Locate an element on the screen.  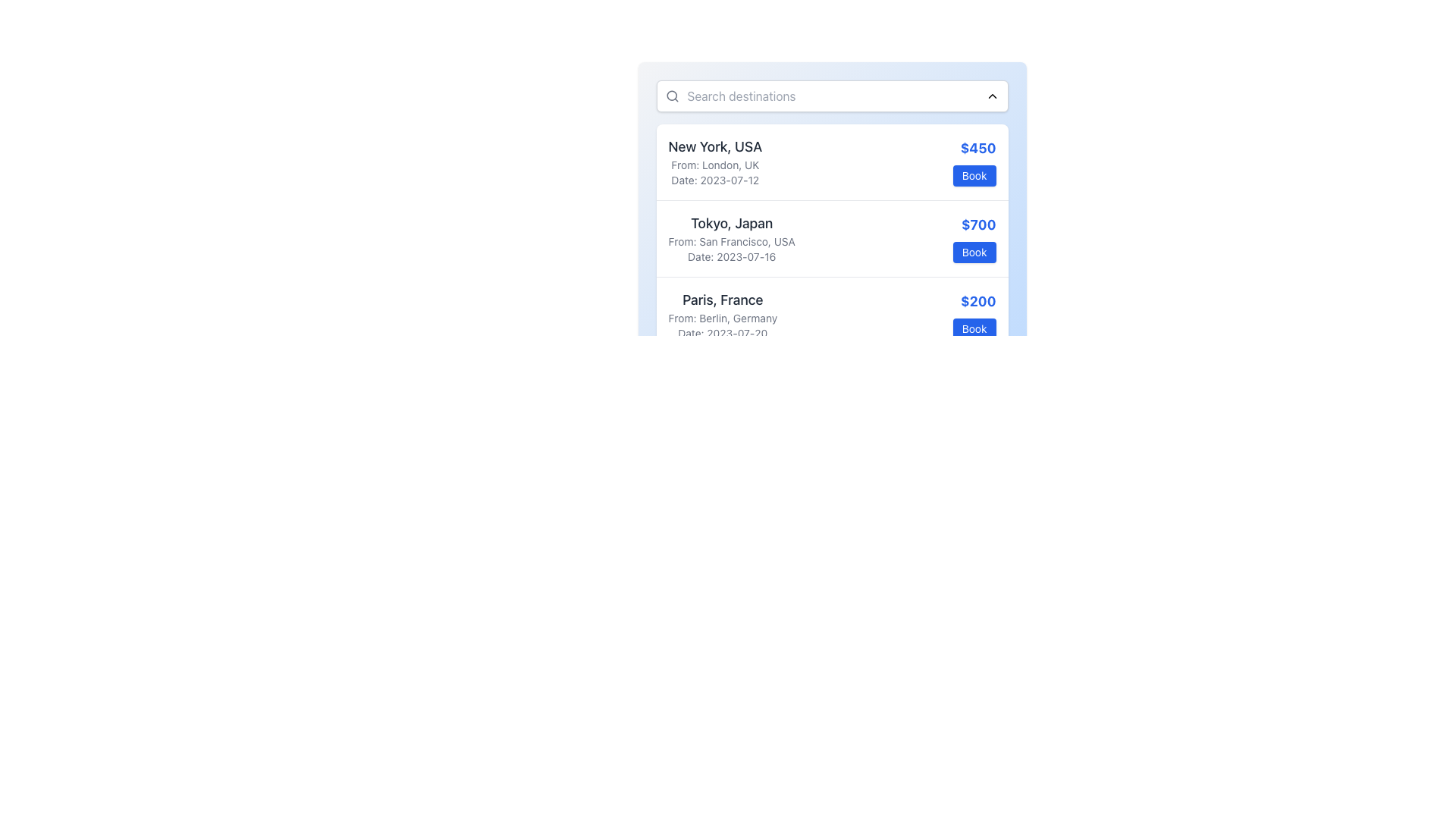
the price display for the 'Paris, France' travel destination is located at coordinates (974, 301).